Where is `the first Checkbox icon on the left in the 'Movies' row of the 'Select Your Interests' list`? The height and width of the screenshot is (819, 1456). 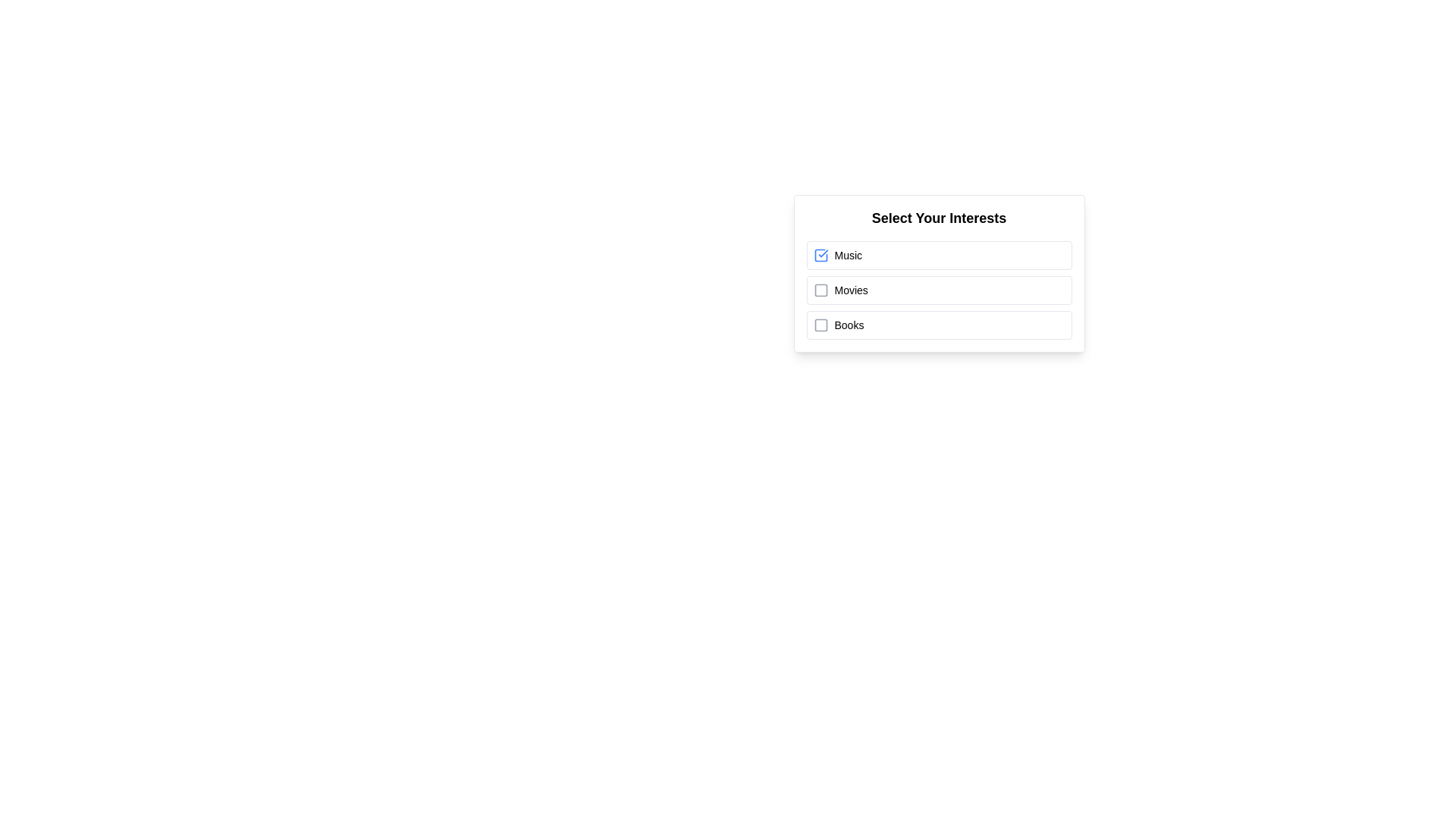
the first Checkbox icon on the left in the 'Movies' row of the 'Select Your Interests' list is located at coordinates (820, 290).